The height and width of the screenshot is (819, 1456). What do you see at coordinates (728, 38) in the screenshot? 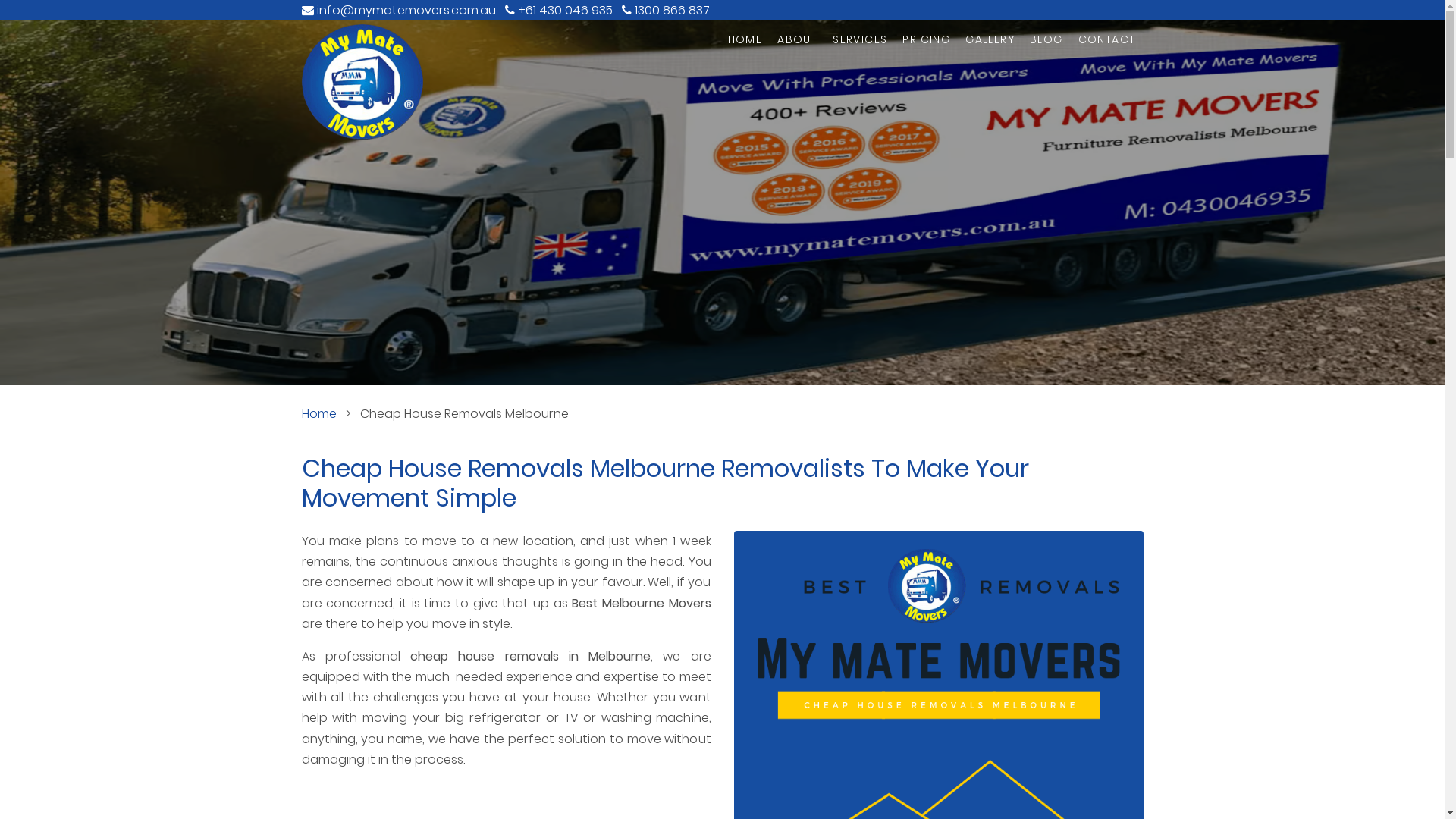
I see `'HOME'` at bounding box center [728, 38].